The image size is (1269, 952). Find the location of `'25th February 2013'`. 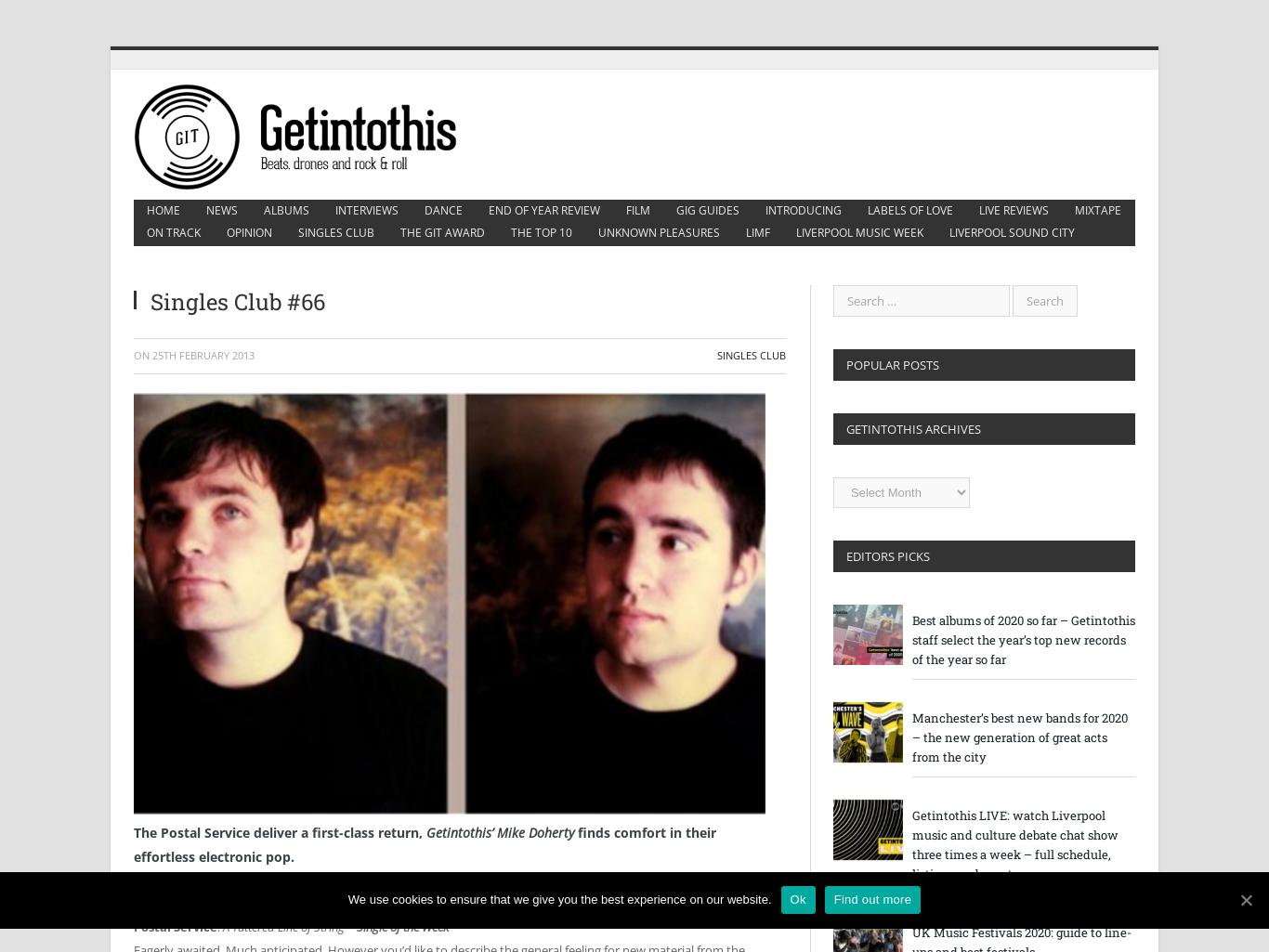

'25th February 2013' is located at coordinates (202, 355).